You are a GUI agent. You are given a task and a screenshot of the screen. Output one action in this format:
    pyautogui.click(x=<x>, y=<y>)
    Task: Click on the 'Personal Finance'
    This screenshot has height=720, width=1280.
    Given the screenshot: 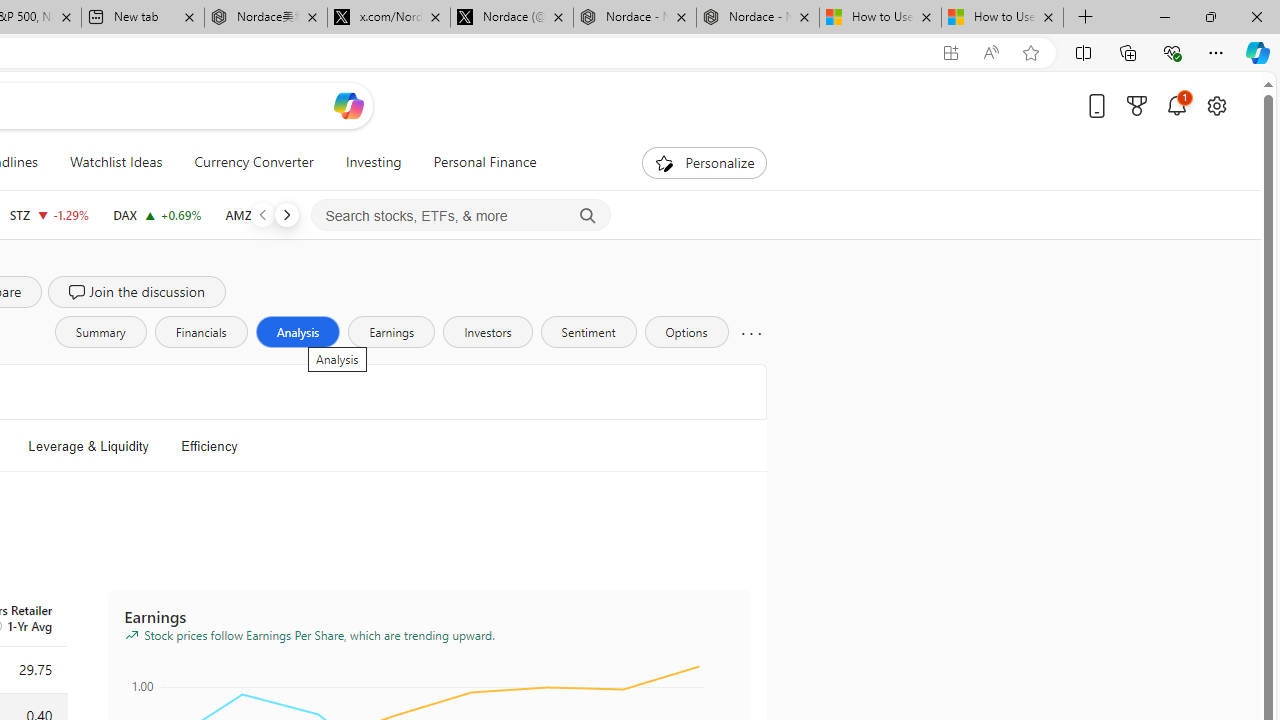 What is the action you would take?
    pyautogui.click(x=485, y=162)
    